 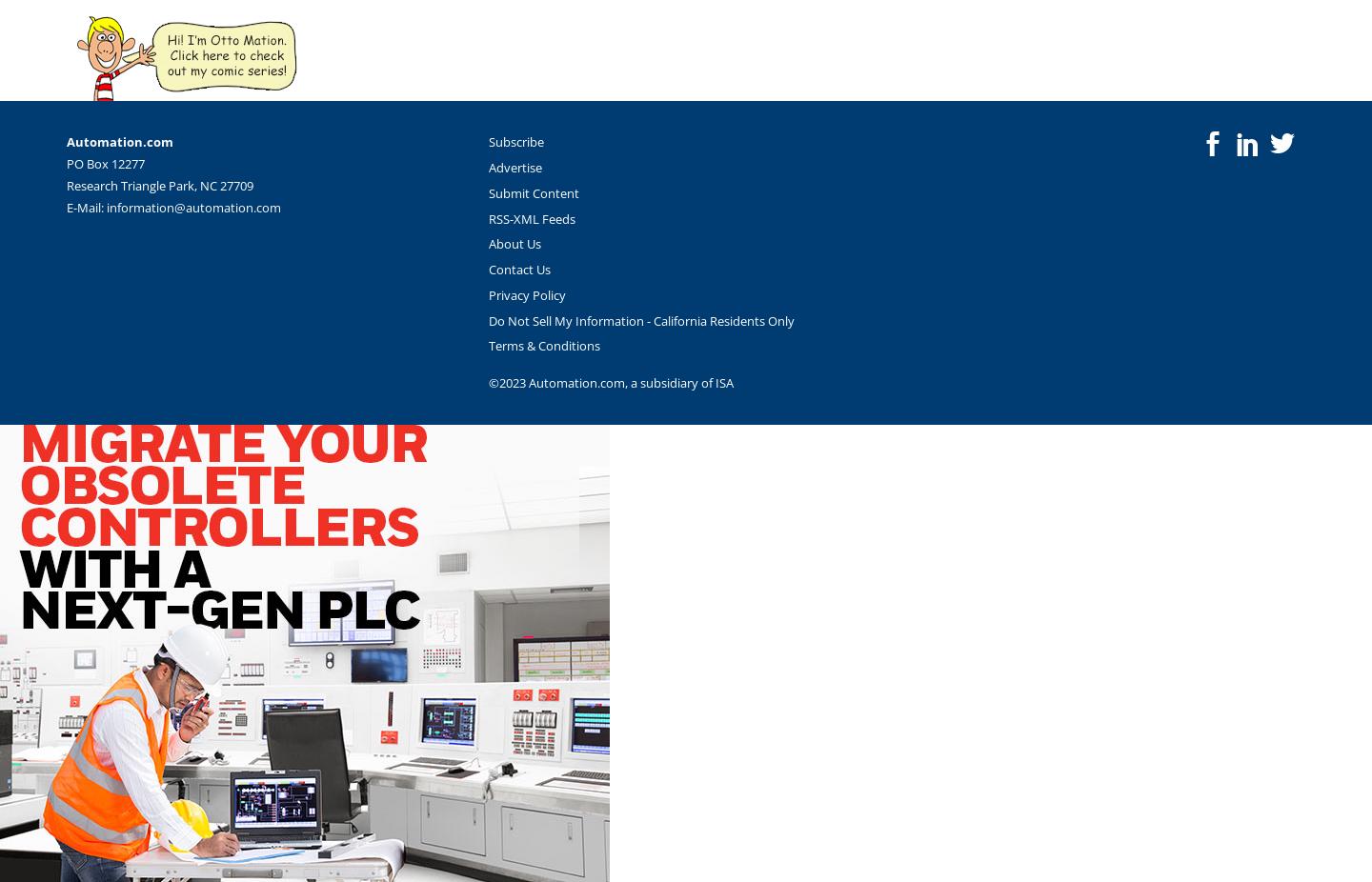 What do you see at coordinates (516, 140) in the screenshot?
I see `'Subscribe'` at bounding box center [516, 140].